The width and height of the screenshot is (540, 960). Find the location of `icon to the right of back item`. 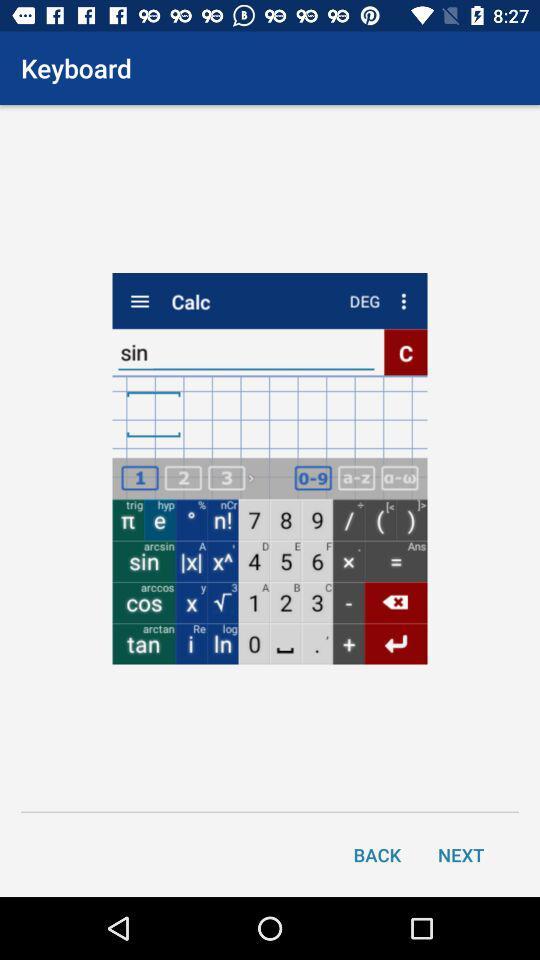

icon to the right of back item is located at coordinates (461, 853).